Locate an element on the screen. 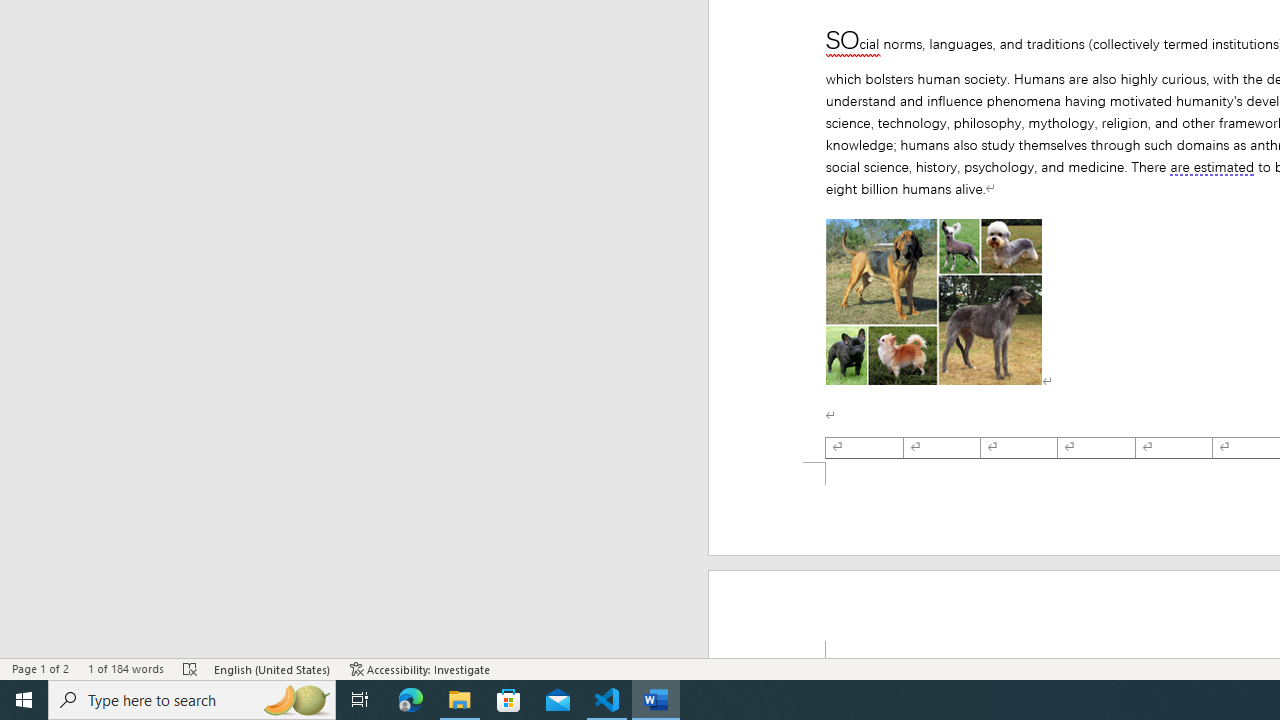 The height and width of the screenshot is (720, 1280). 'Page Number Page 1 of 2' is located at coordinates (40, 669).